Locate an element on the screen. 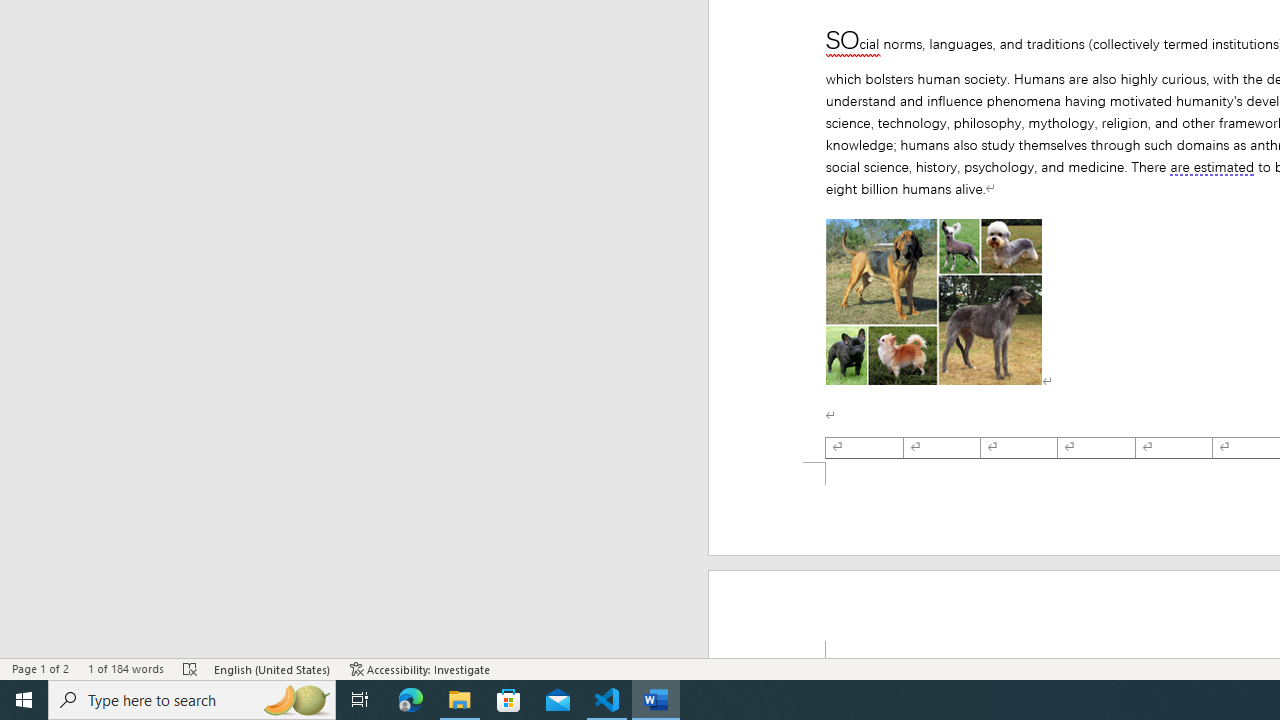 The height and width of the screenshot is (720, 1280). 'Page Number Page 1 of 2' is located at coordinates (40, 669).